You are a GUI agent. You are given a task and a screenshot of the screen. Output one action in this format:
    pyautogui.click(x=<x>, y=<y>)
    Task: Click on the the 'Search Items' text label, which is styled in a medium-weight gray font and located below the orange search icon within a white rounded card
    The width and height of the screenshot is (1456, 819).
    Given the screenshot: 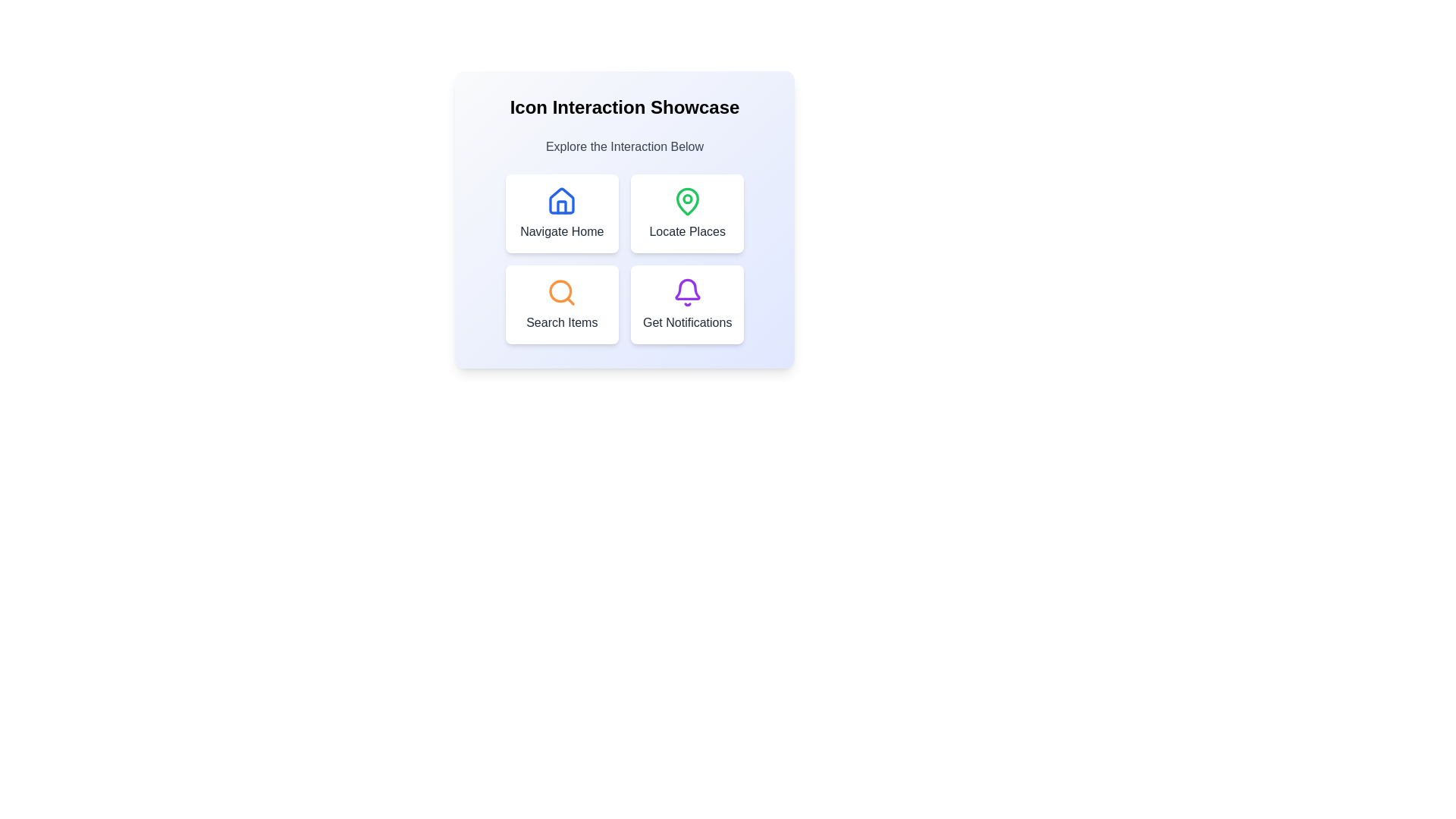 What is the action you would take?
    pyautogui.click(x=561, y=322)
    